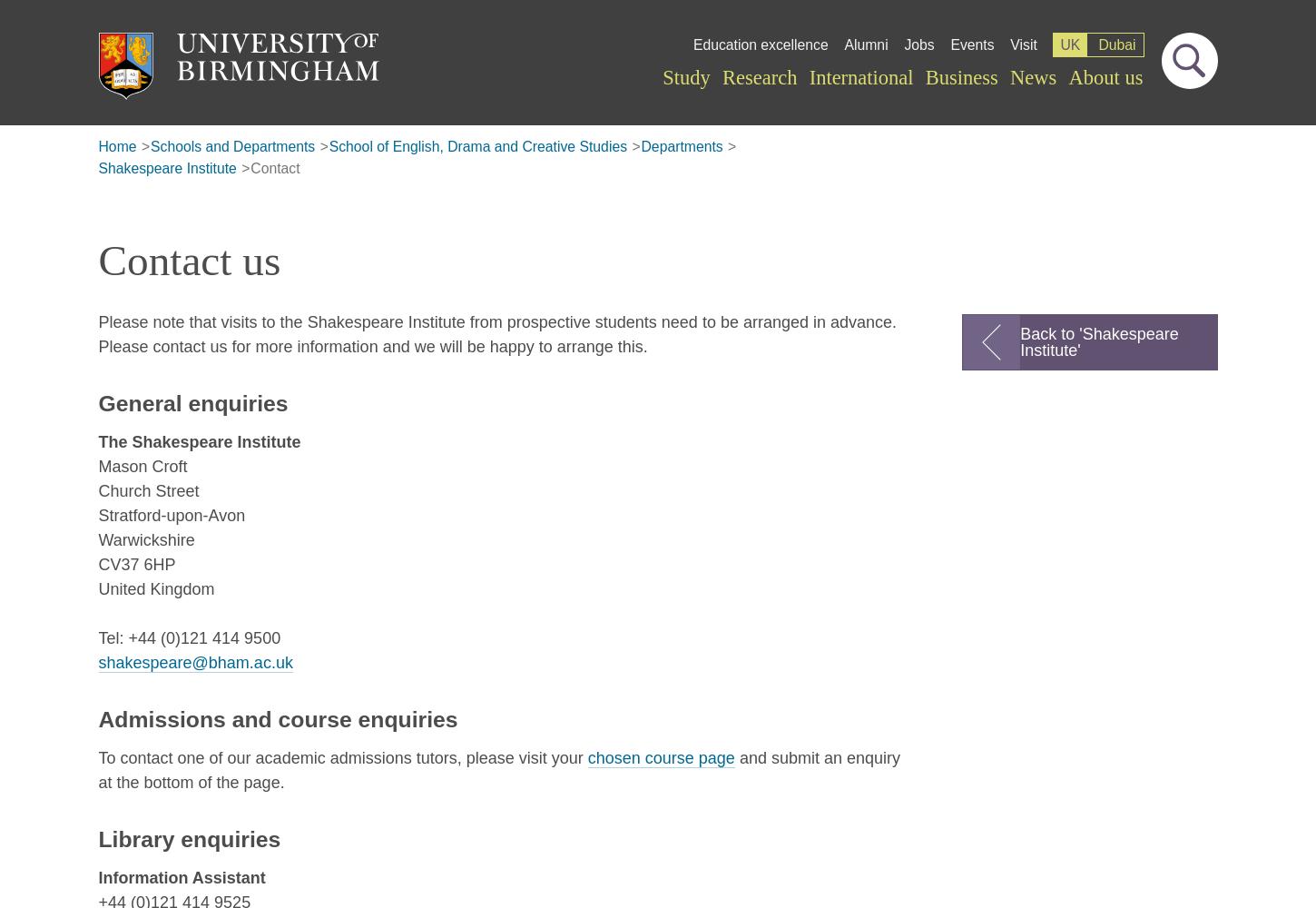 The width and height of the screenshot is (1316, 908). What do you see at coordinates (1116, 44) in the screenshot?
I see `'Dubai'` at bounding box center [1116, 44].